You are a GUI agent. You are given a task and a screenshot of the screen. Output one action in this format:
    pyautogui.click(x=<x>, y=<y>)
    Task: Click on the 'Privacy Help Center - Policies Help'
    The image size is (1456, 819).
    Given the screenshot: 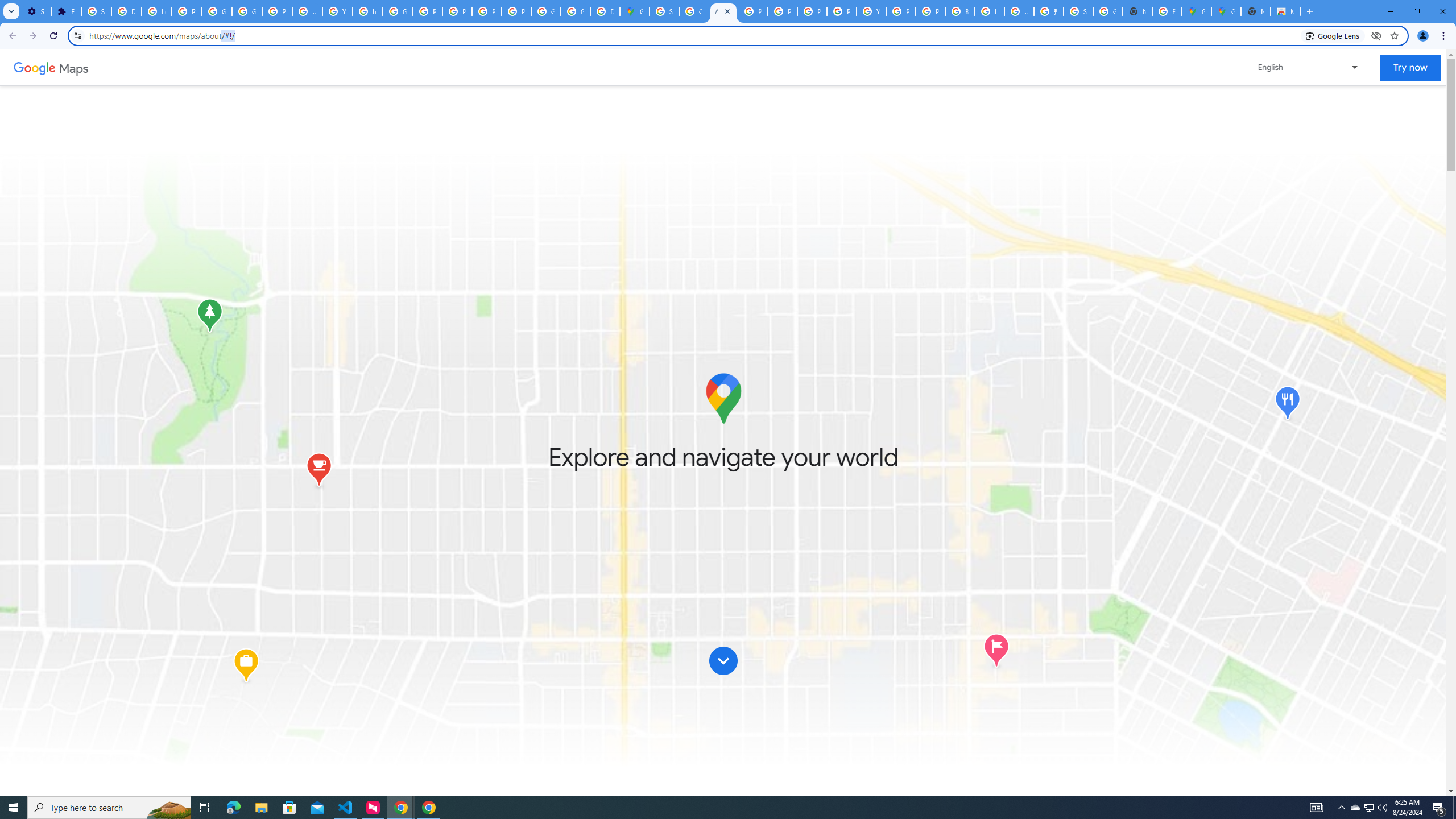 What is the action you would take?
    pyautogui.click(x=427, y=11)
    